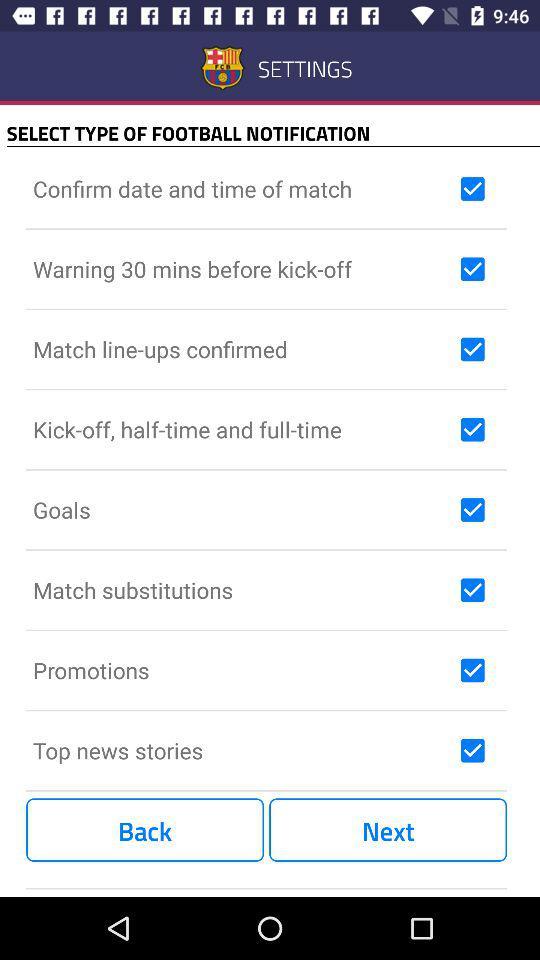 The image size is (540, 960). What do you see at coordinates (472, 189) in the screenshot?
I see `for date and time of match notification` at bounding box center [472, 189].